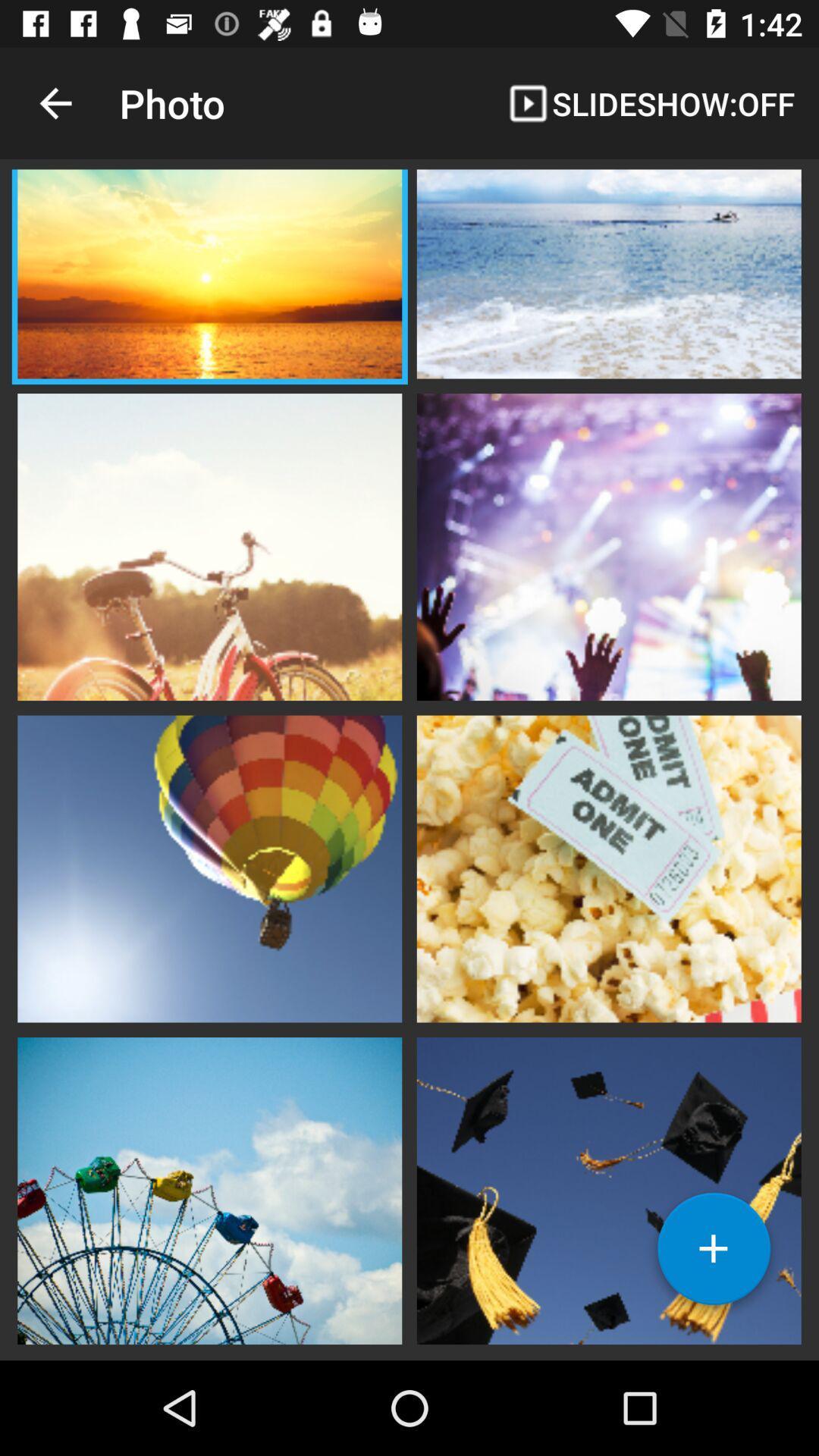  I want to click on photo, so click(608, 276).